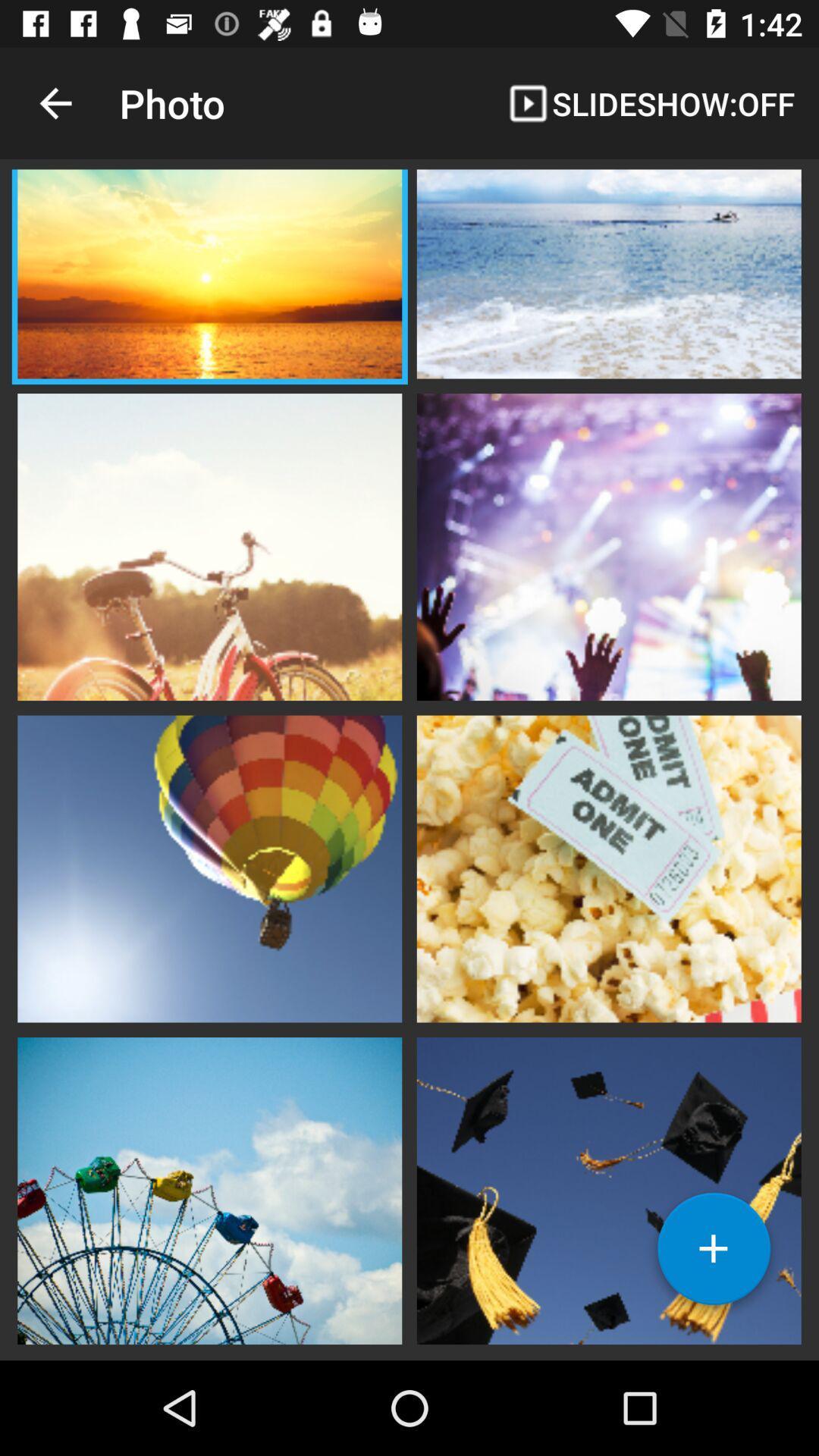  I want to click on photo, so click(608, 276).